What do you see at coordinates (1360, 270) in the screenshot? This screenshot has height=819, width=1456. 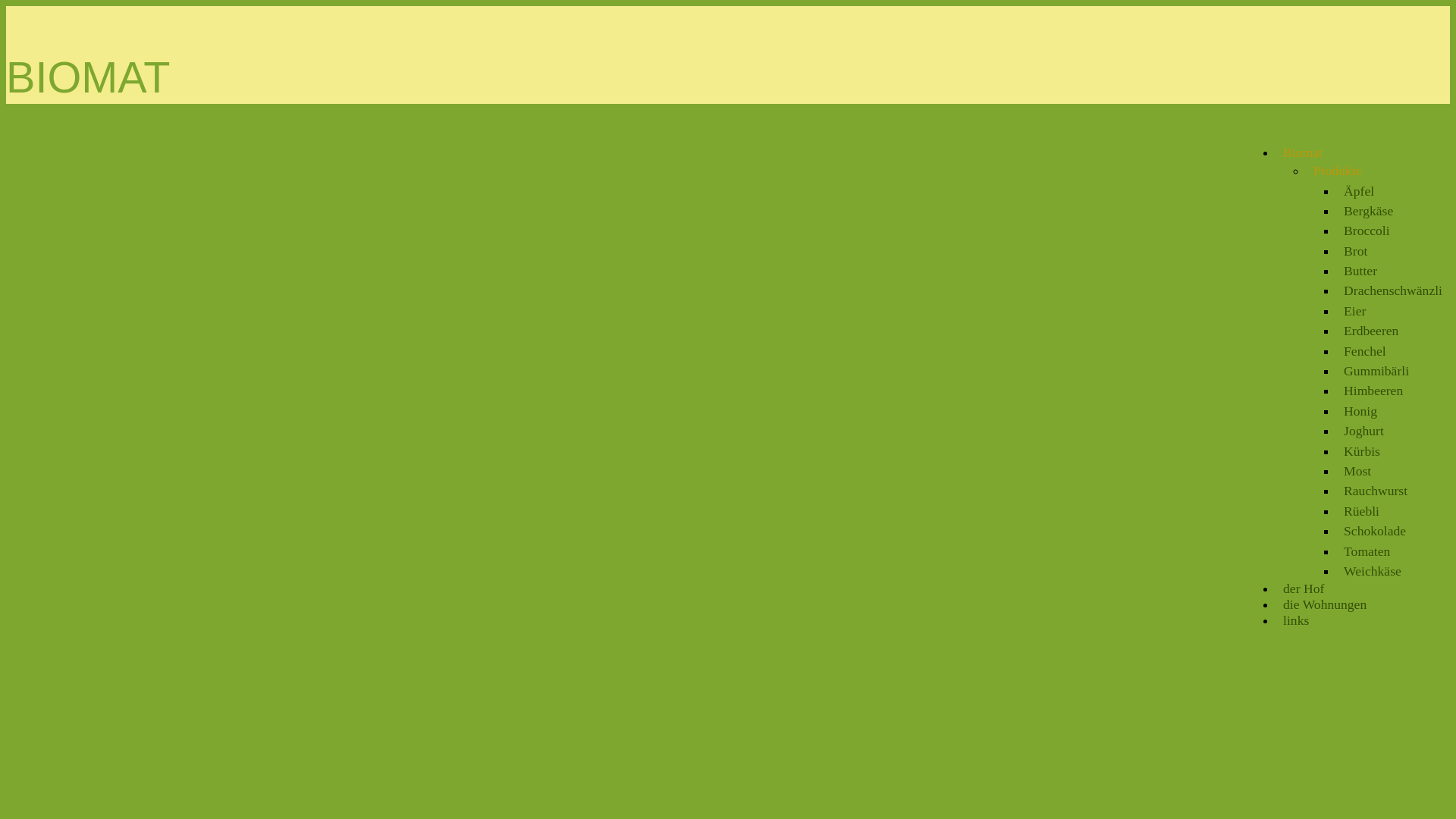 I see `'Butter'` at bounding box center [1360, 270].